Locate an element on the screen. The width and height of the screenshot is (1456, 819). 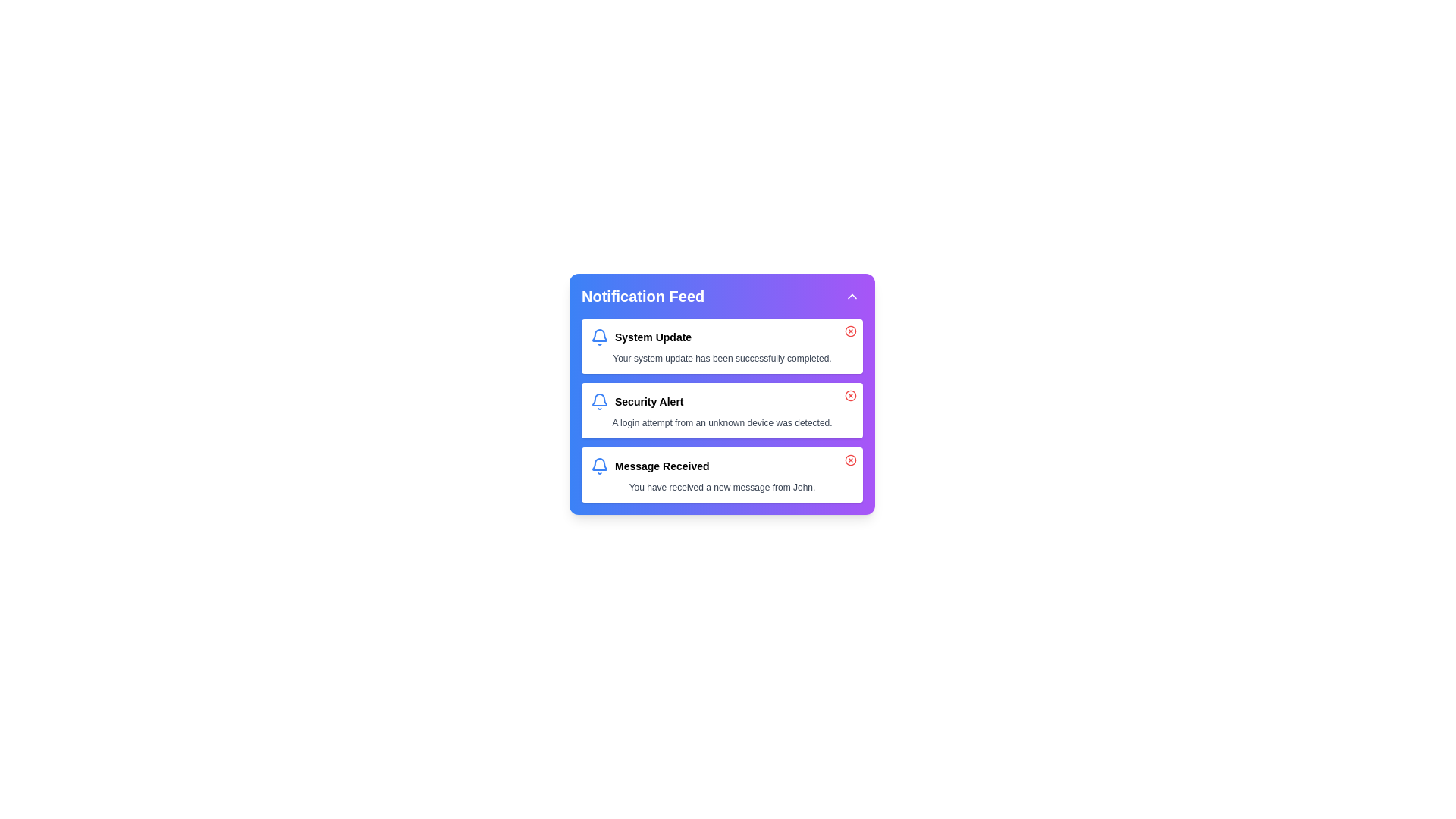
the static text display that shows the message 'You have received a new message from John.' which is styled in a small, gray font and positioned below the 'Message Received' header is located at coordinates (721, 488).